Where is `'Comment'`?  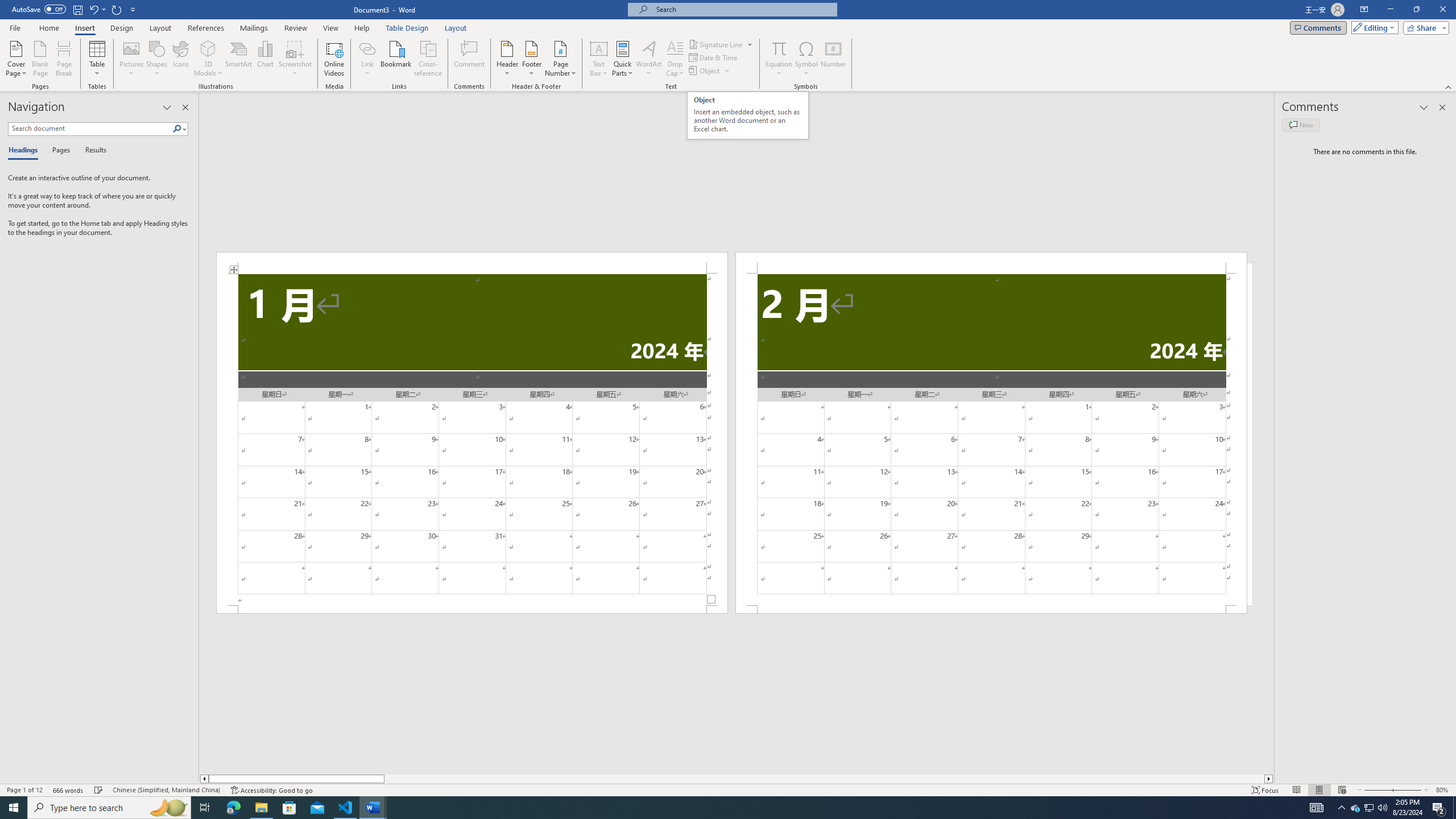 'Comment' is located at coordinates (469, 59).